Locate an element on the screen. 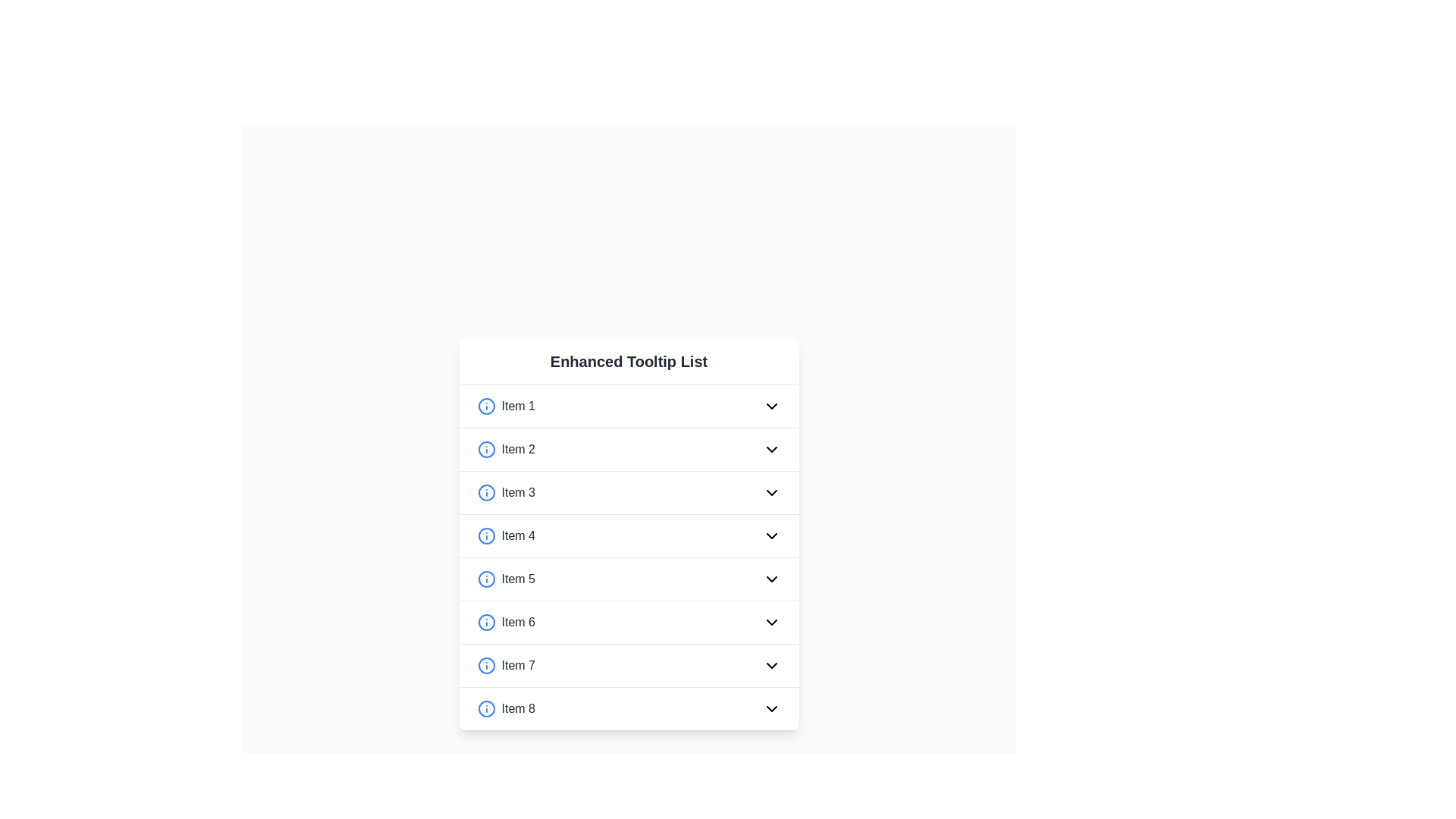 The height and width of the screenshot is (819, 1456). the third item in the dropdown list under the header 'Enhanced Tooltip List' to focus on it is located at coordinates (629, 493).